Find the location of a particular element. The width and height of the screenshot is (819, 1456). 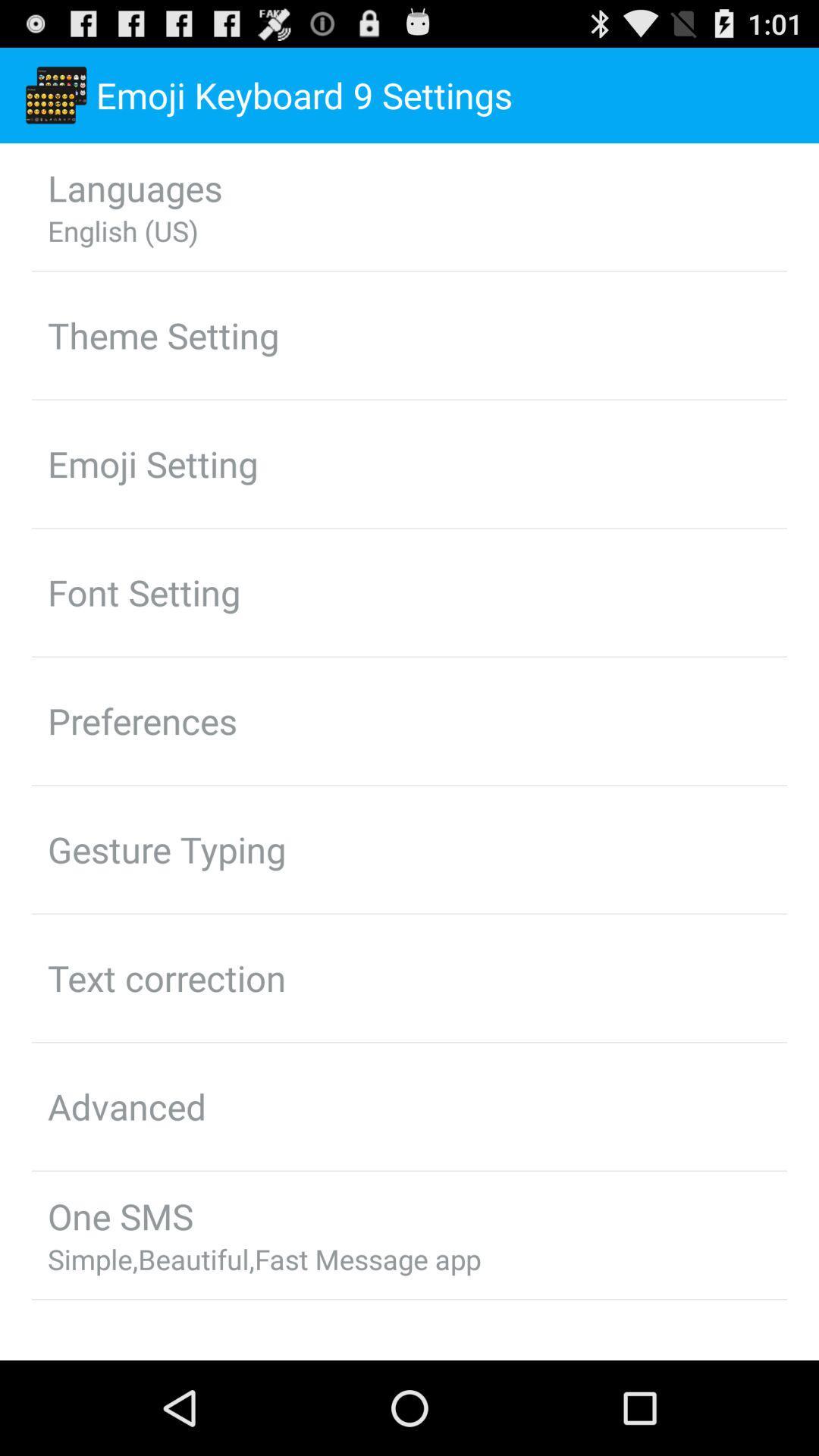

the text correction app is located at coordinates (167, 977).